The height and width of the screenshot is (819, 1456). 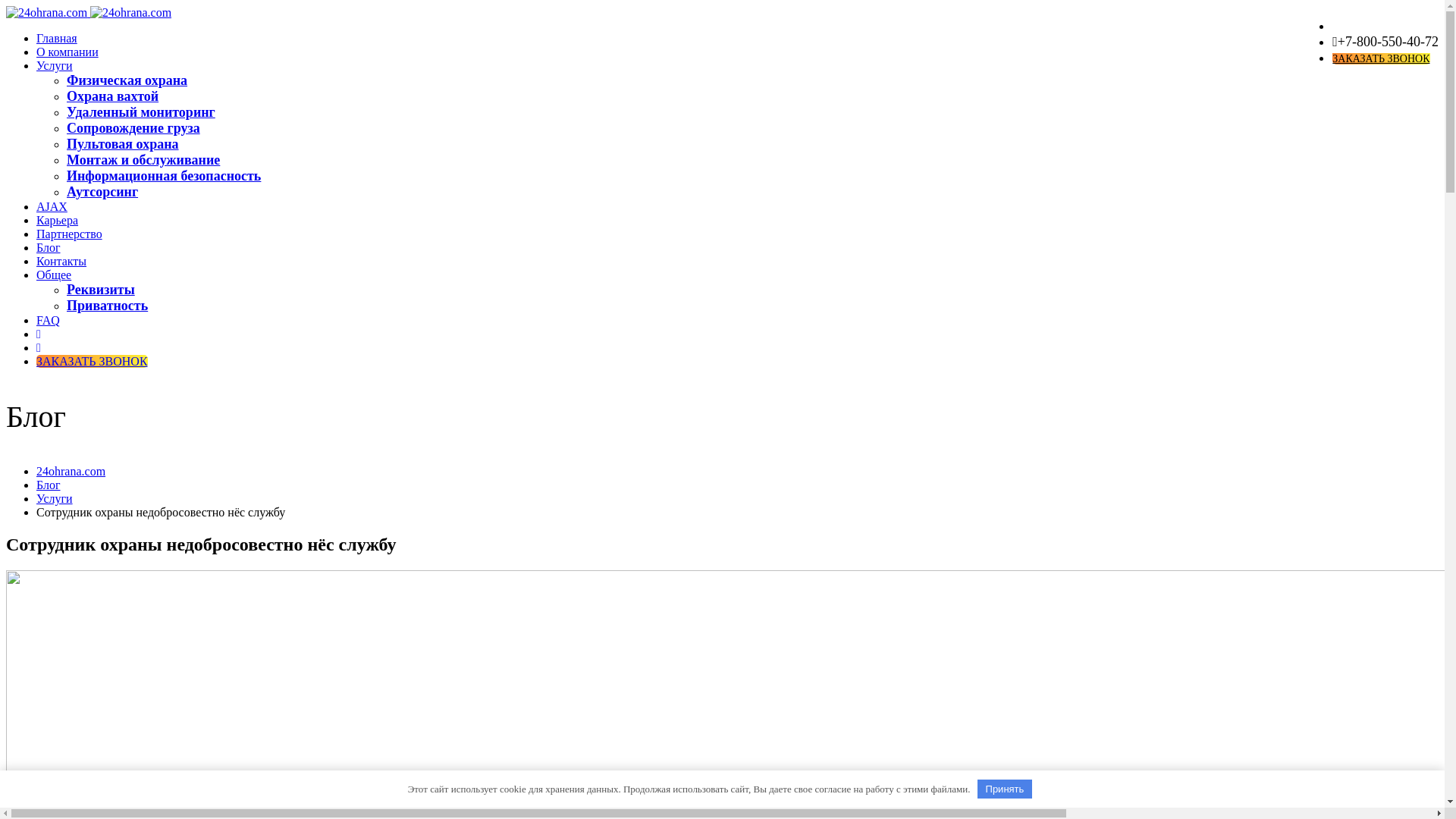 I want to click on '24ohrana.com', so click(x=70, y=470).